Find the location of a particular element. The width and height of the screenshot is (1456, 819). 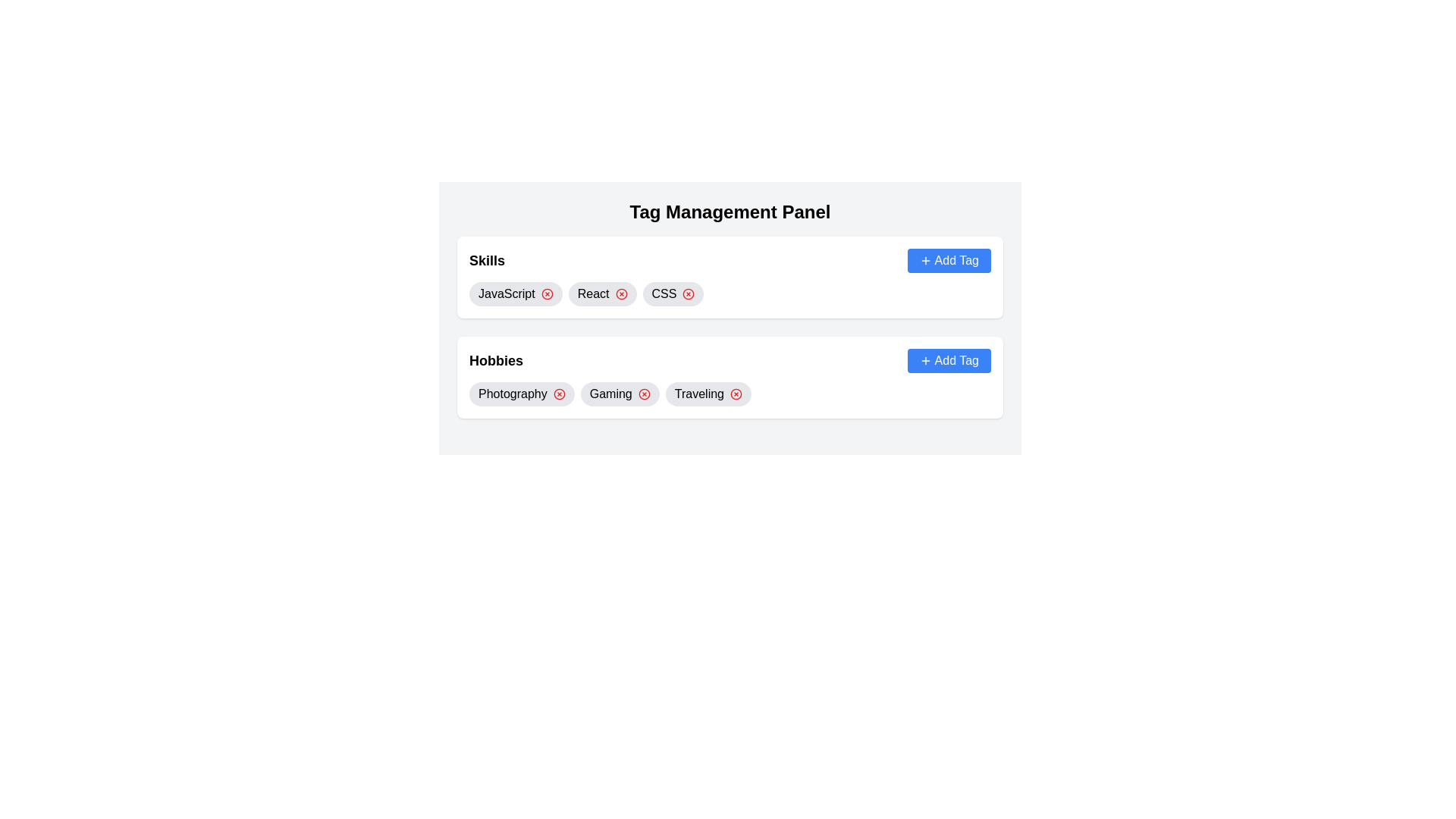

the button located at the top-right corner of the 'Skills' section is located at coordinates (948, 259).